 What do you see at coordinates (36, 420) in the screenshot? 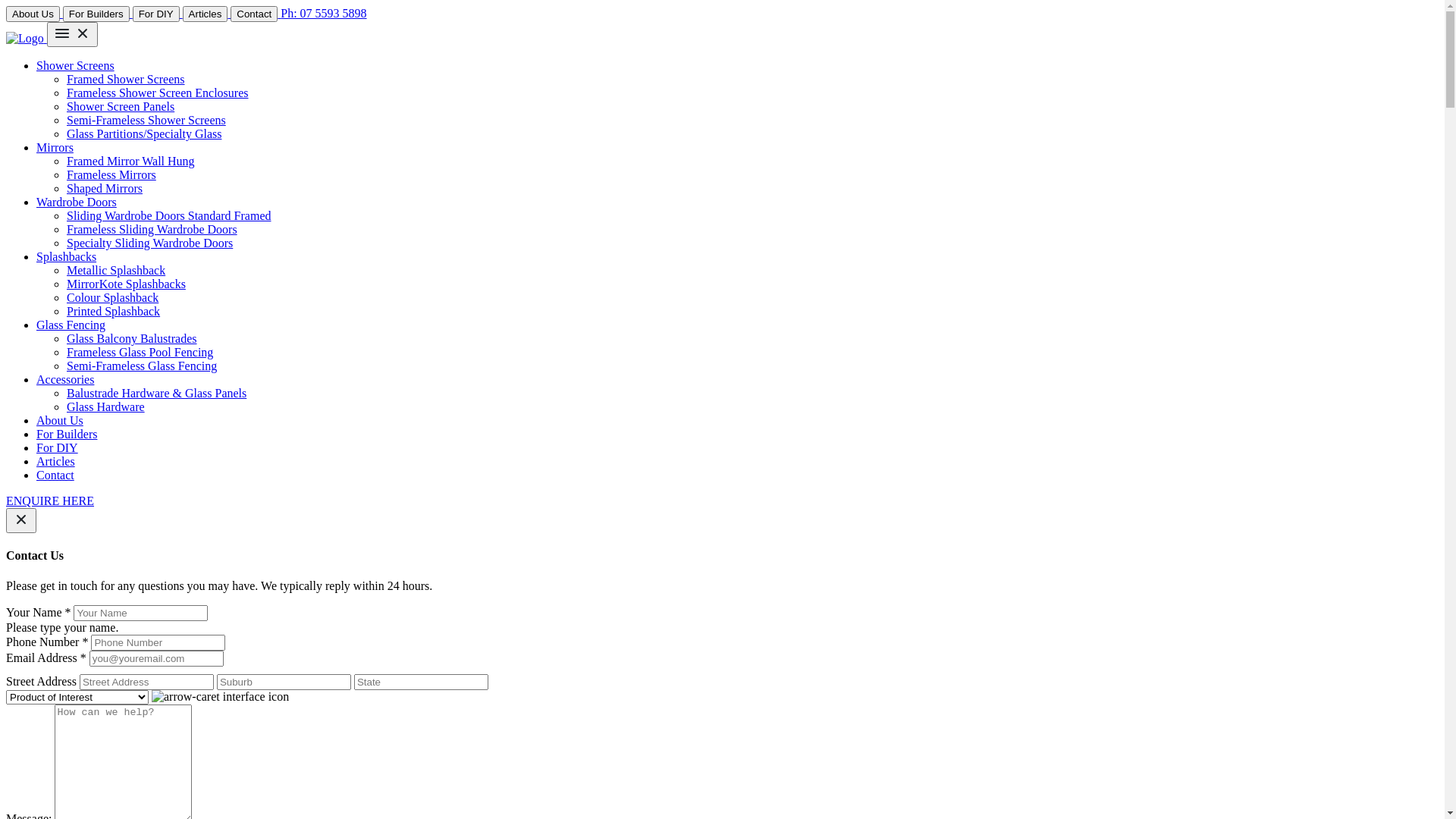
I see `'About Us'` at bounding box center [36, 420].